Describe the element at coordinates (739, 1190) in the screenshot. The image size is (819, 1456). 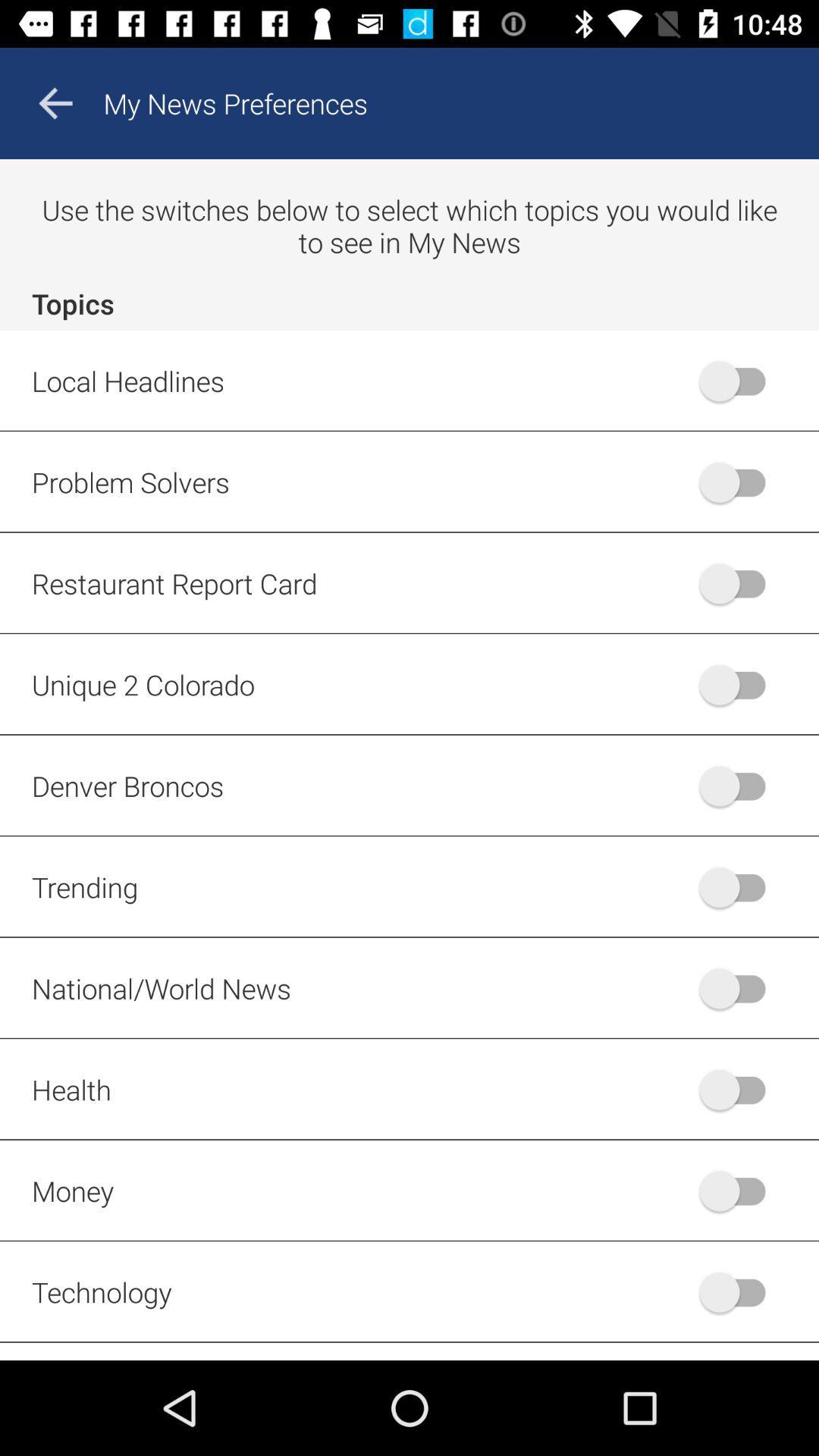
I see `the radio button` at that location.